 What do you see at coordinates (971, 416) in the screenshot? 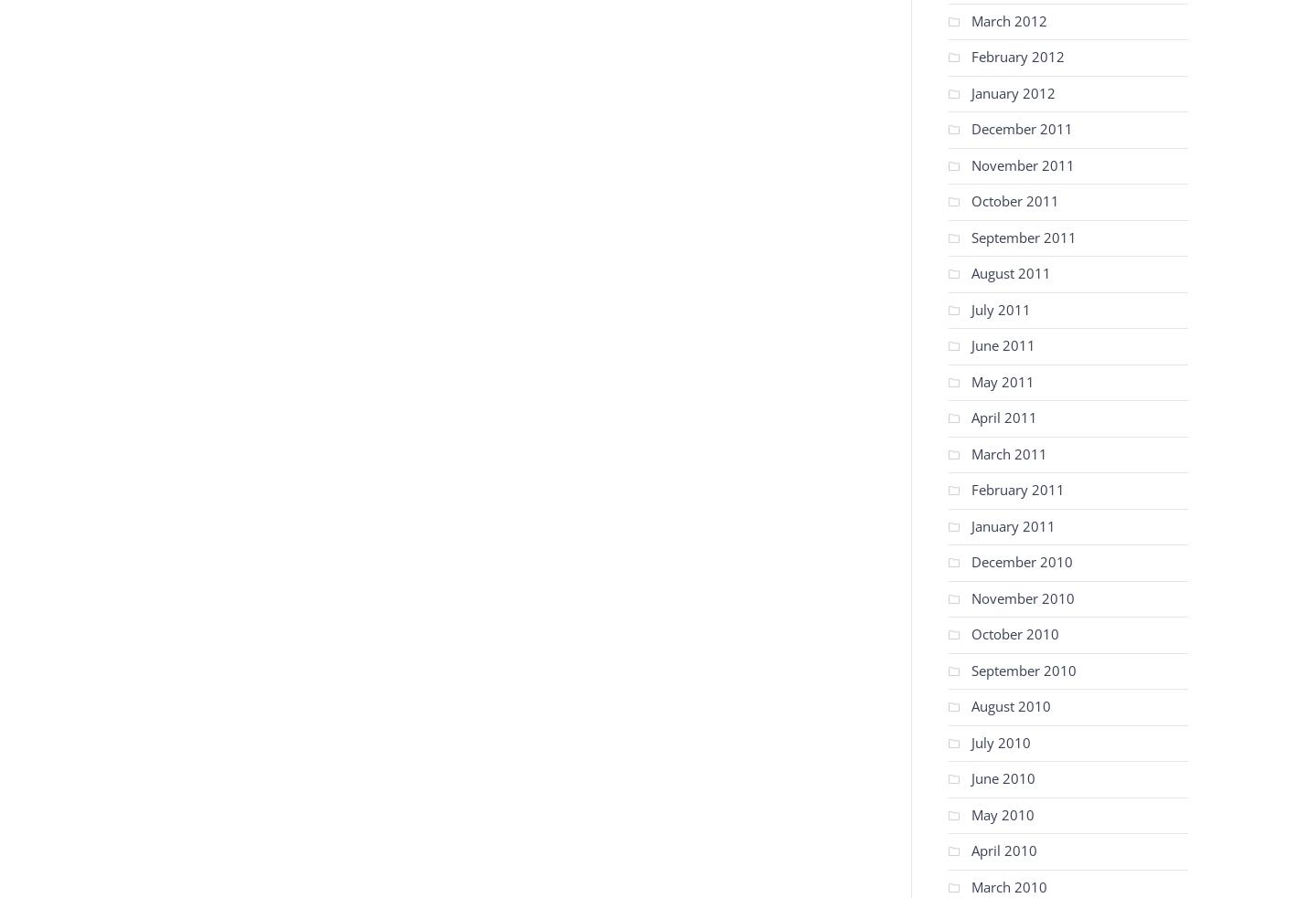
I see `'April 2011'` at bounding box center [971, 416].